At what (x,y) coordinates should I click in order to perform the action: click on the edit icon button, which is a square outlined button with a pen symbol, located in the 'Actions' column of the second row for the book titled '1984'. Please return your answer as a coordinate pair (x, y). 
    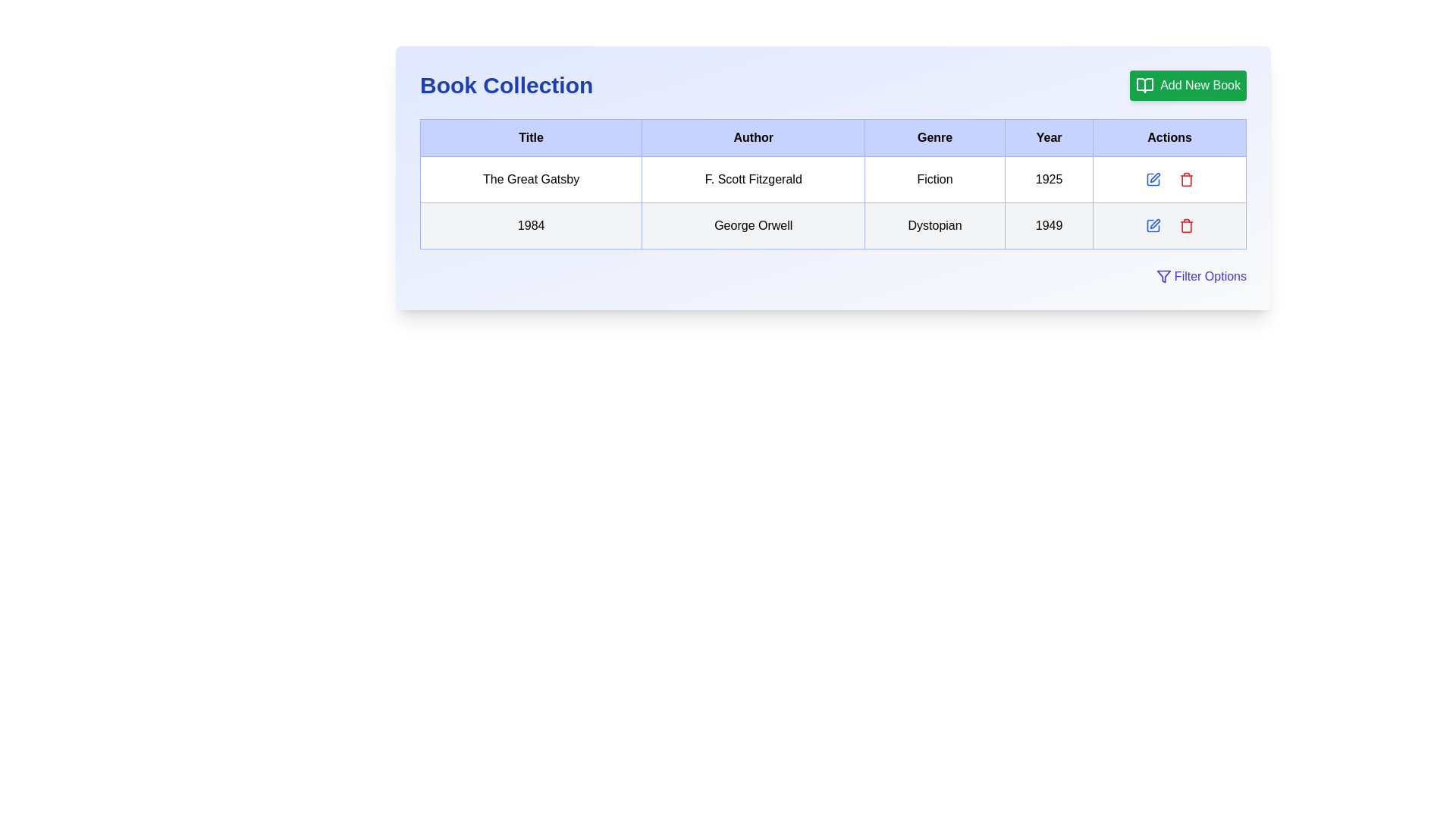
    Looking at the image, I should click on (1153, 225).